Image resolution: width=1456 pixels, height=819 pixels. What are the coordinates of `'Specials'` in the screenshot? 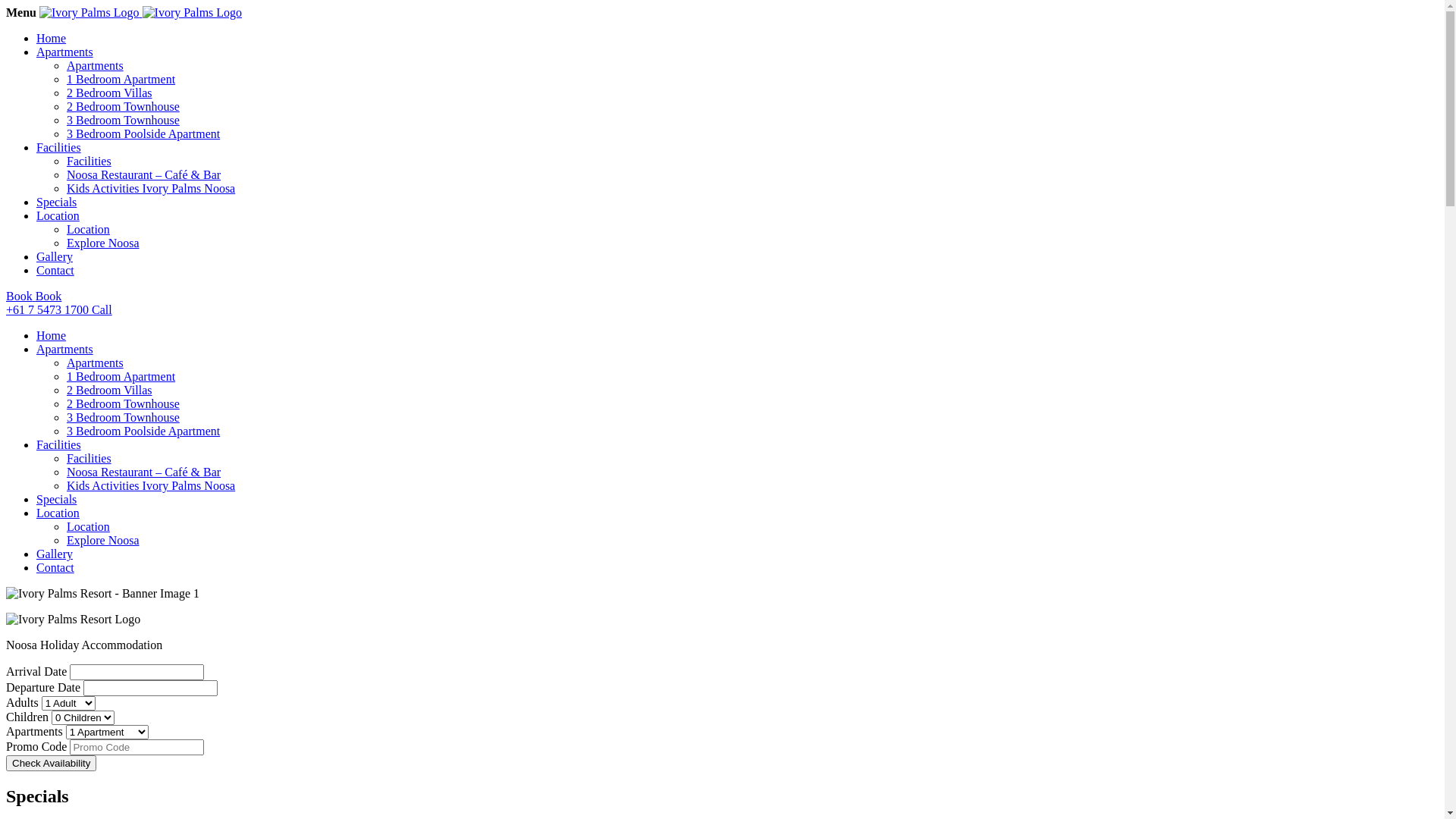 It's located at (56, 201).